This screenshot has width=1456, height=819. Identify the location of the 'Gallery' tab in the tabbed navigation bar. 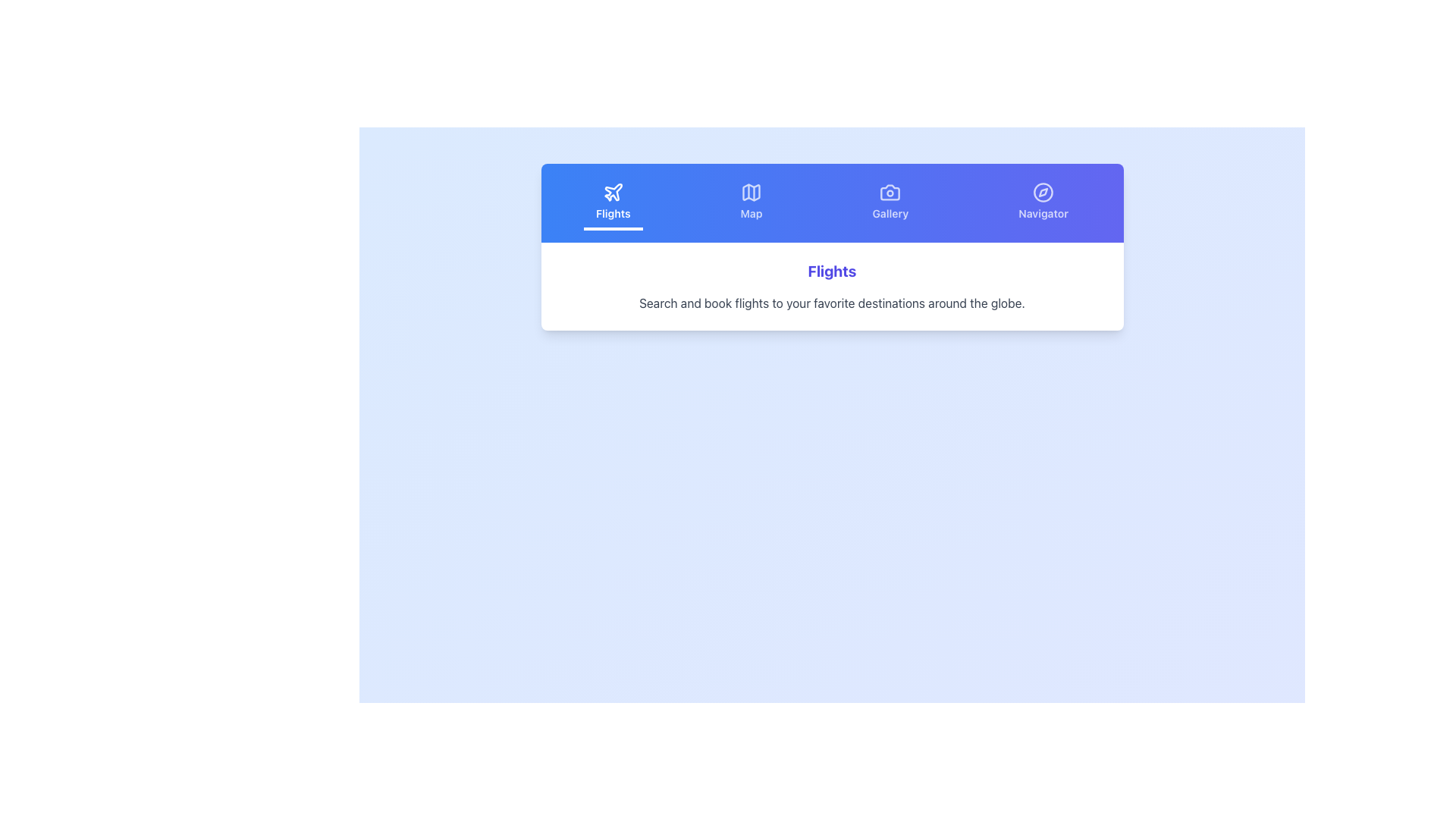
(890, 192).